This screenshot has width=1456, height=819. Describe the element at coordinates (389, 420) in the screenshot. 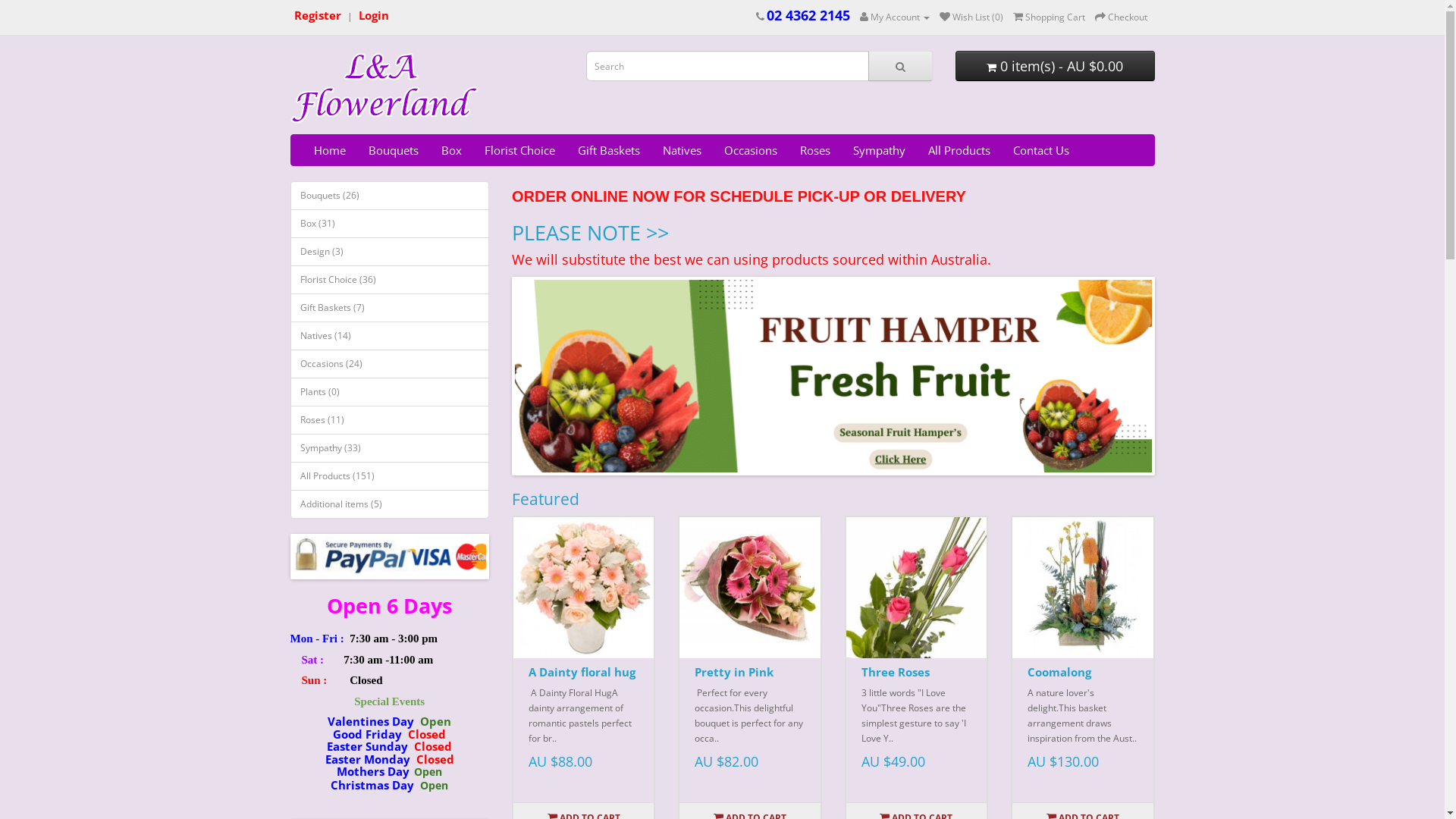

I see `'Roses (11)'` at that location.